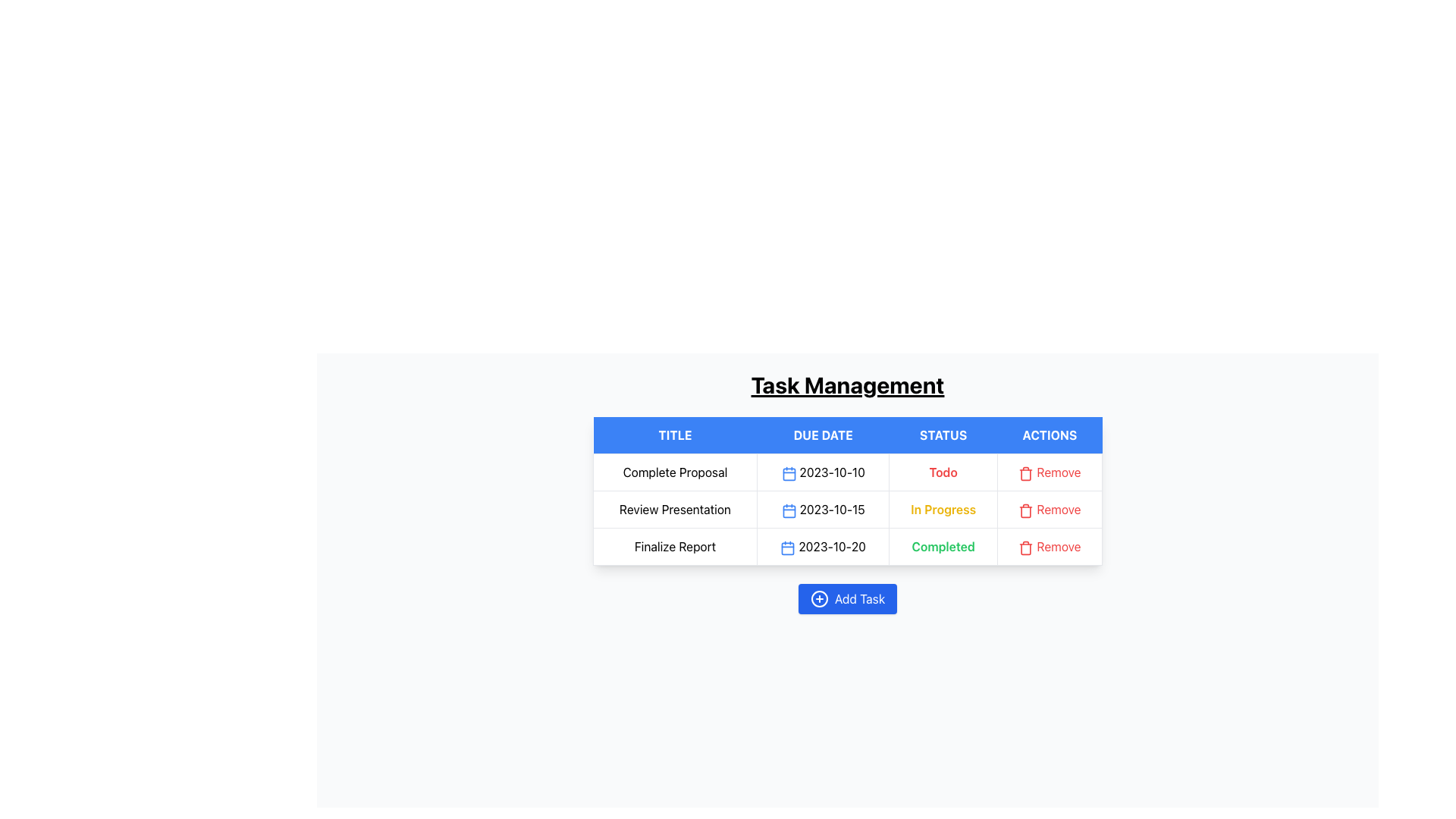 This screenshot has width=1456, height=819. I want to click on the trash can icon in the 'Remove' button within the 'Actions' column to trigger the tooltip or highlight effect, so click(1026, 472).